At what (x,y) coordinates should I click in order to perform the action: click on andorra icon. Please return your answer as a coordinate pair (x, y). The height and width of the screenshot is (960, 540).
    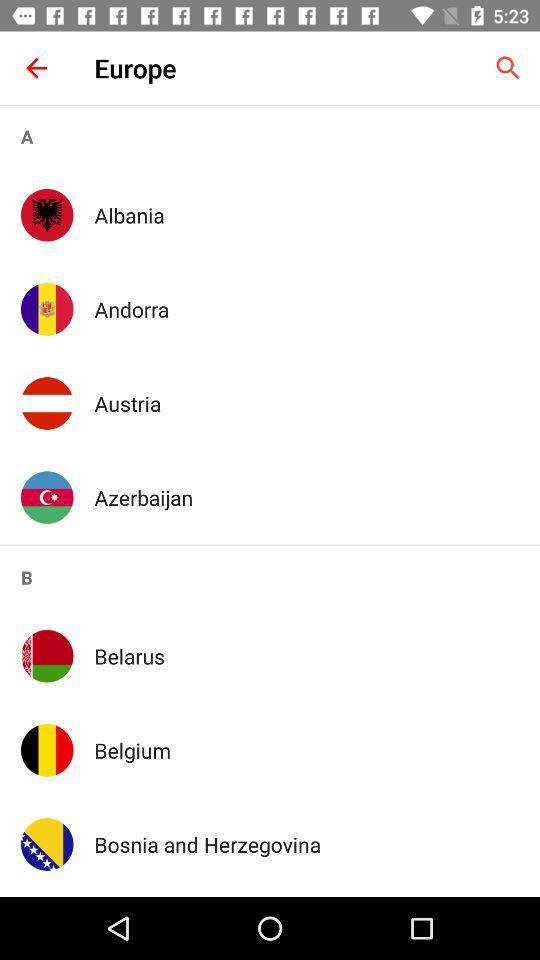
    Looking at the image, I should click on (306, 309).